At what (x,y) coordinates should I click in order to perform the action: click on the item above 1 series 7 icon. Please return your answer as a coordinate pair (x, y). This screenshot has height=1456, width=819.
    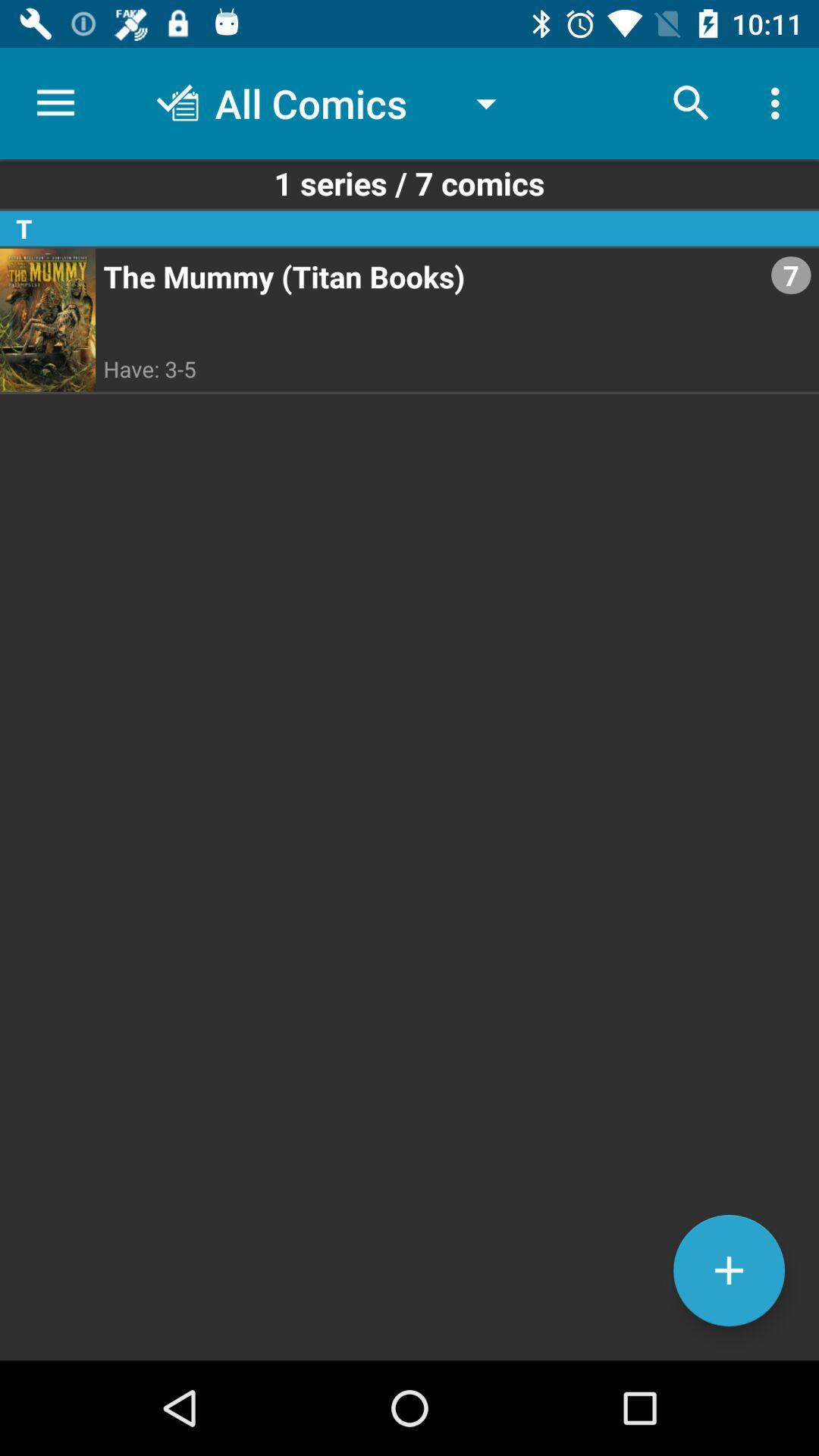
    Looking at the image, I should click on (779, 102).